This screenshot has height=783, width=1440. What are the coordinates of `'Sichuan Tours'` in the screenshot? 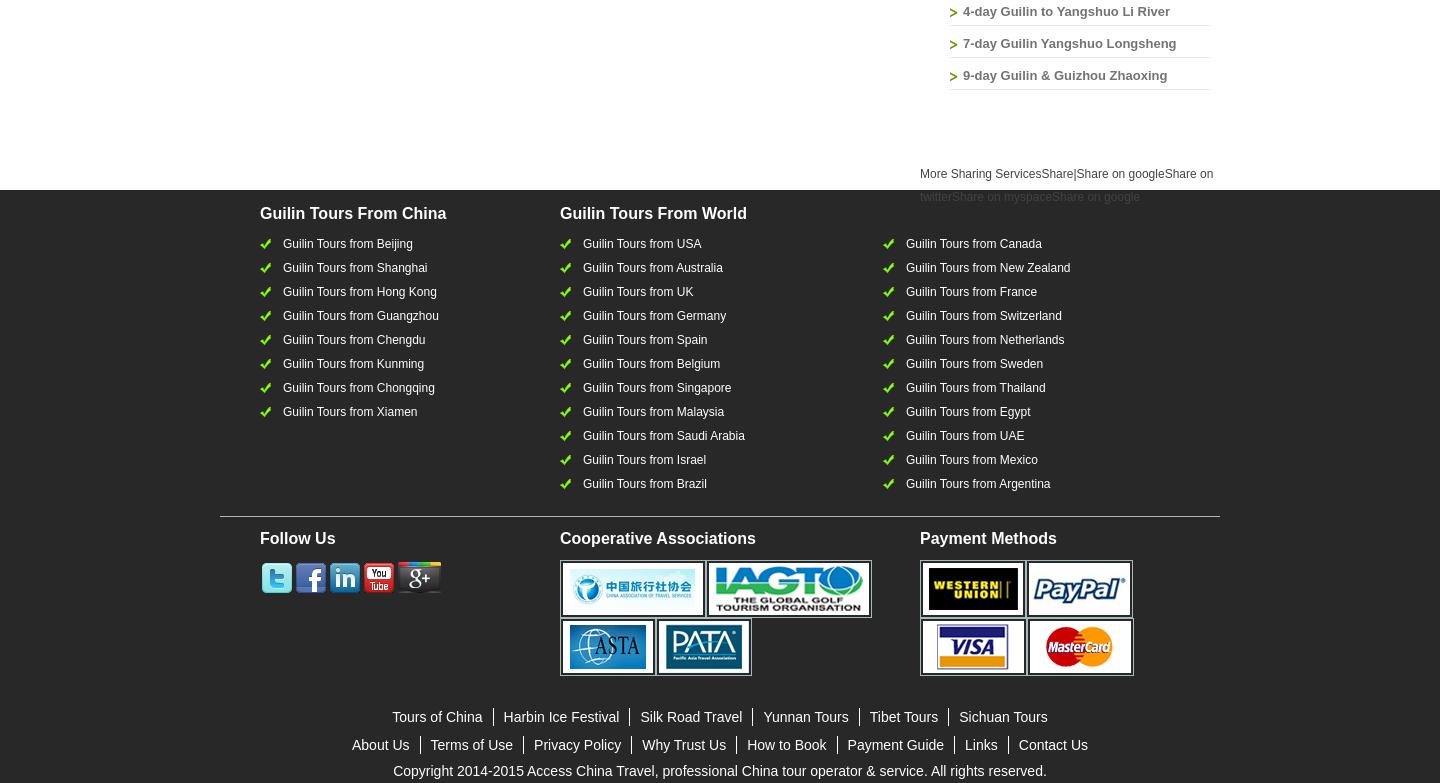 It's located at (1001, 715).